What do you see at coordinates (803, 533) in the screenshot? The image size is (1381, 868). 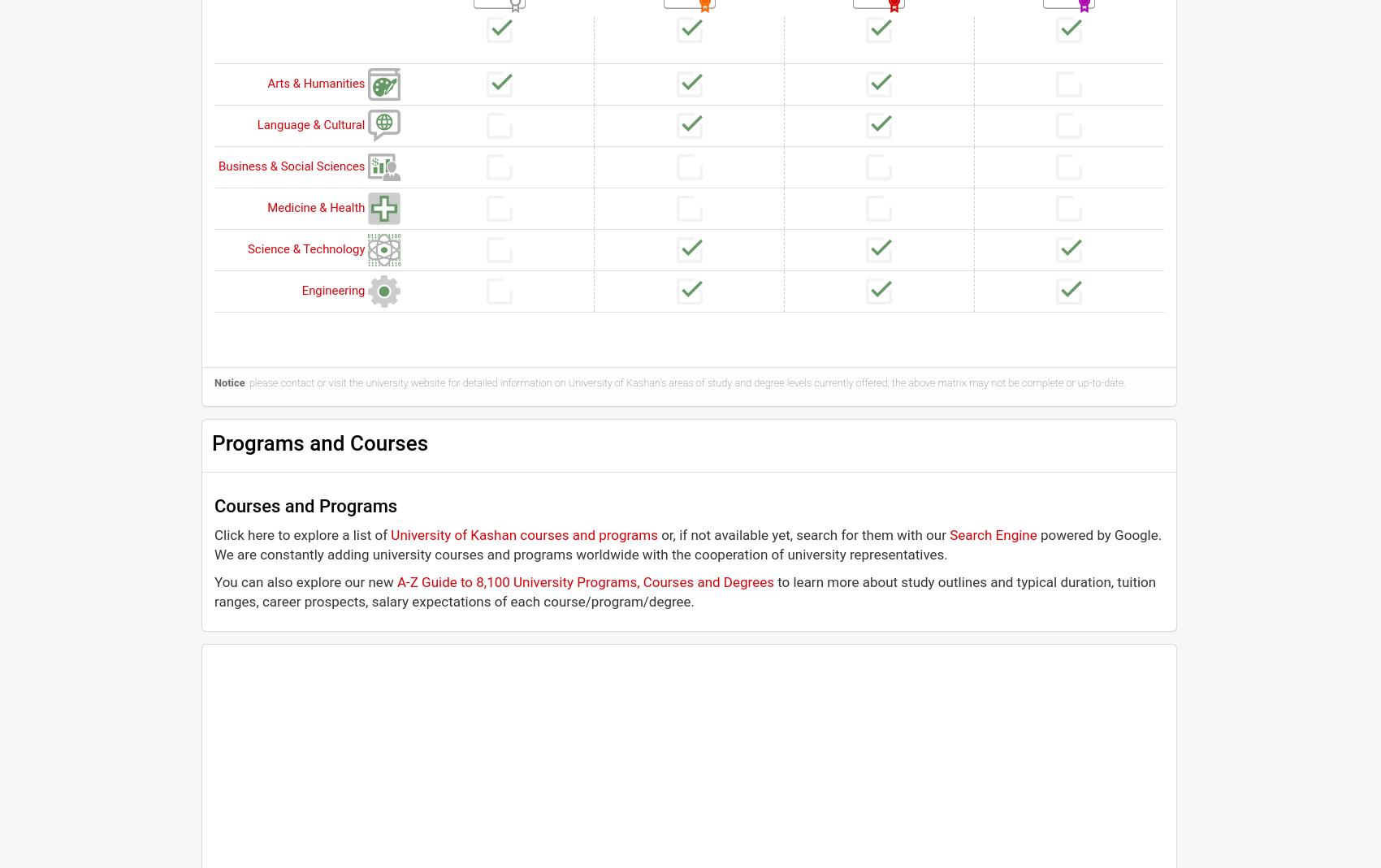 I see `'or, if not available yet, search for them with our'` at bounding box center [803, 533].